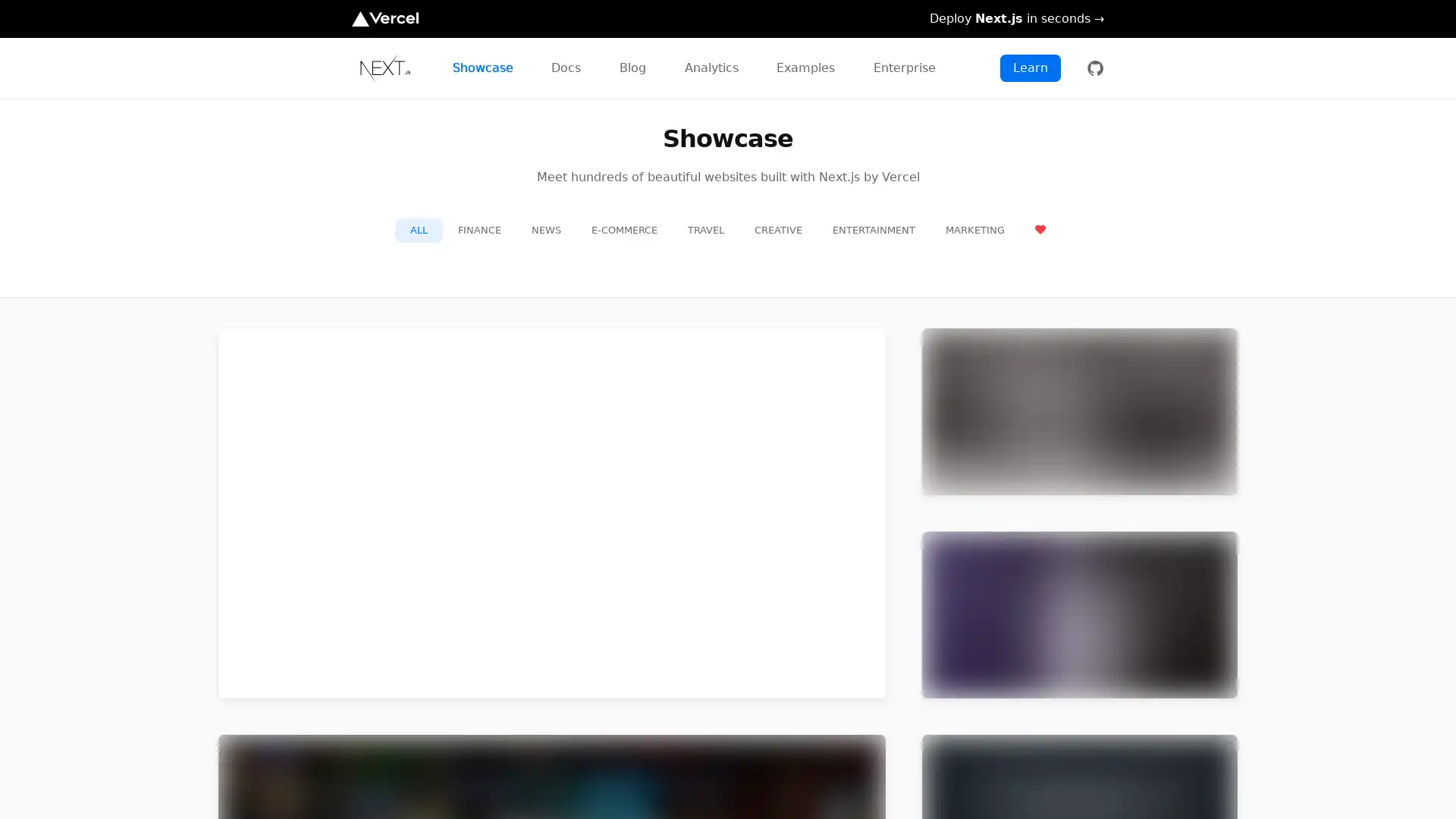 The width and height of the screenshot is (1456, 819). I want to click on ENTERTAINMENT, so click(874, 230).